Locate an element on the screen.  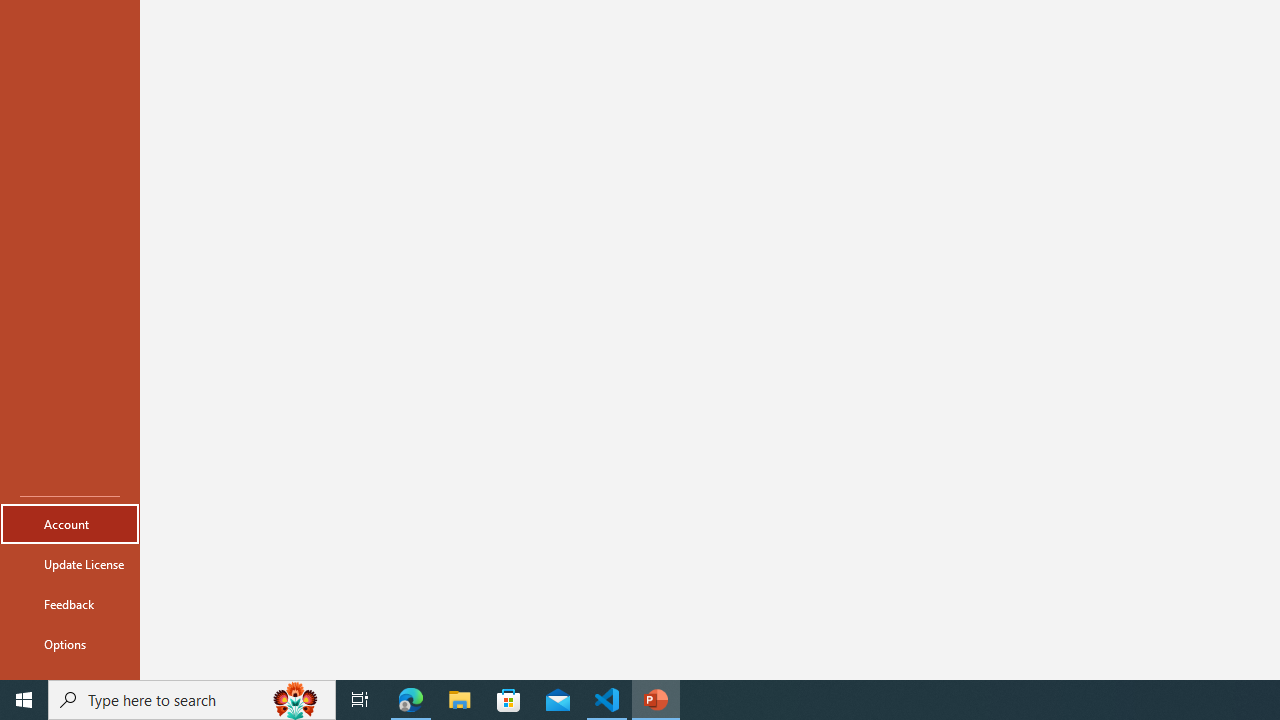
'Feedback' is located at coordinates (69, 603).